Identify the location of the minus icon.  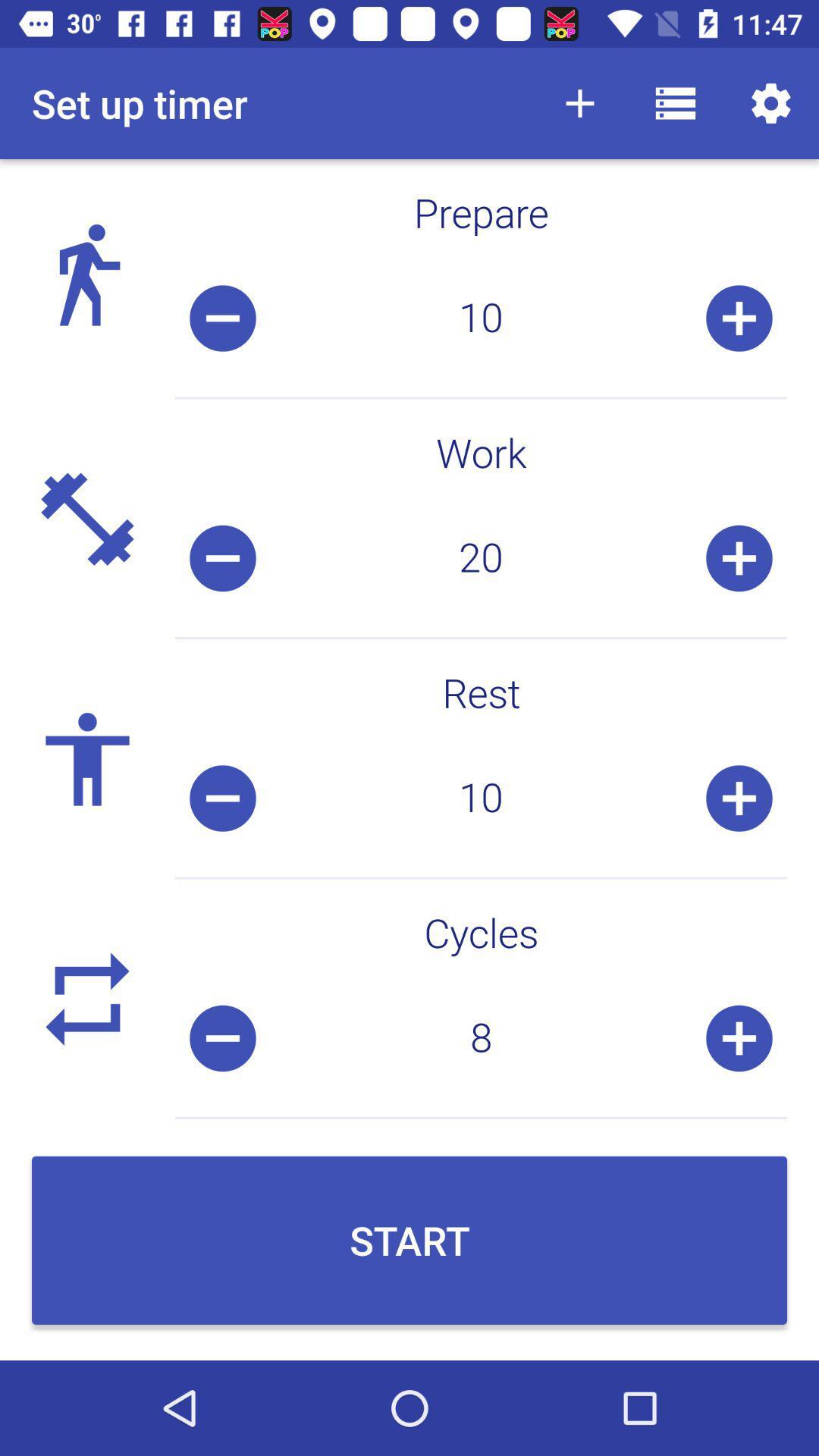
(222, 1037).